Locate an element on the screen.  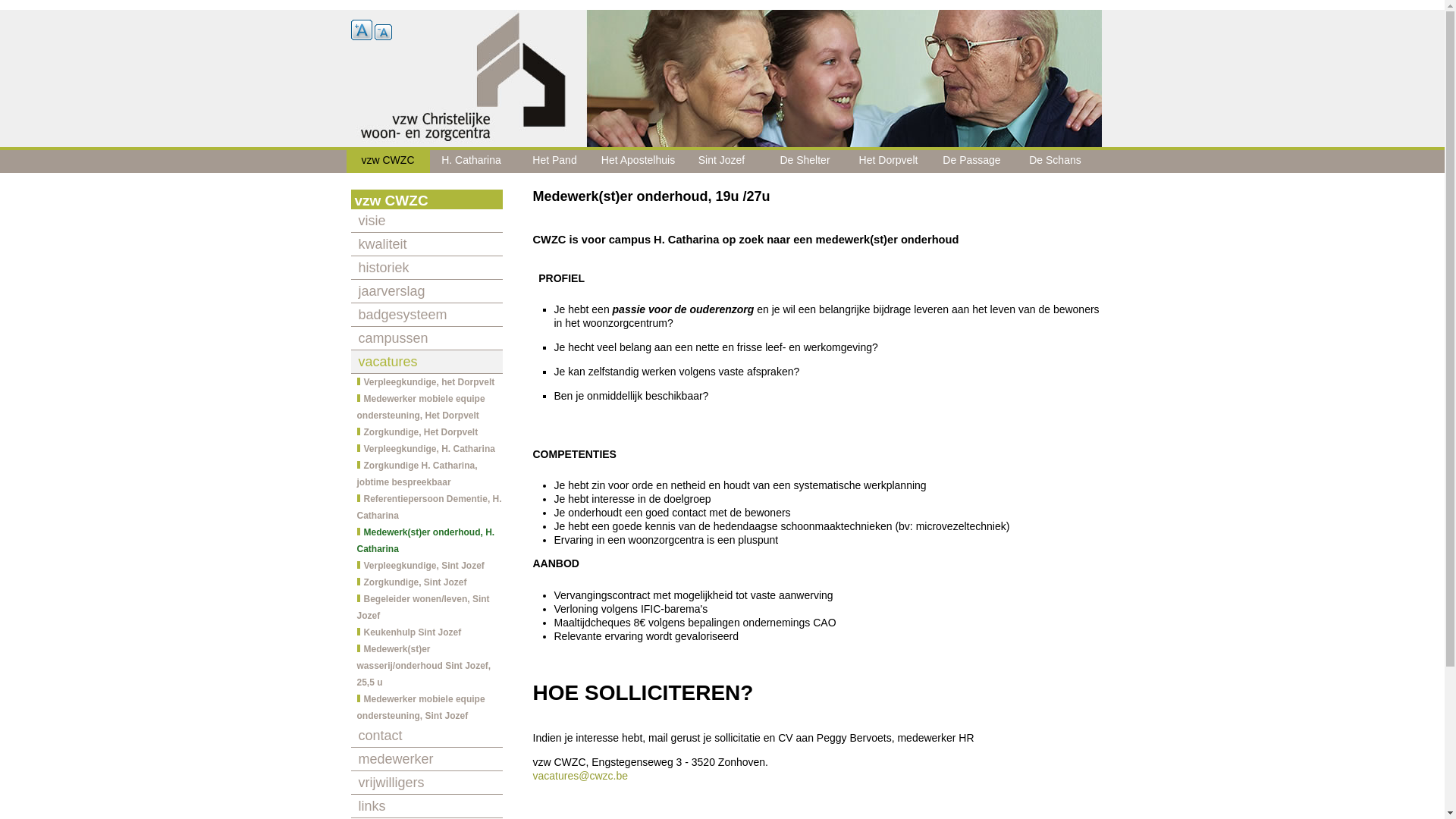
'H. Catharina' is located at coordinates (469, 160).